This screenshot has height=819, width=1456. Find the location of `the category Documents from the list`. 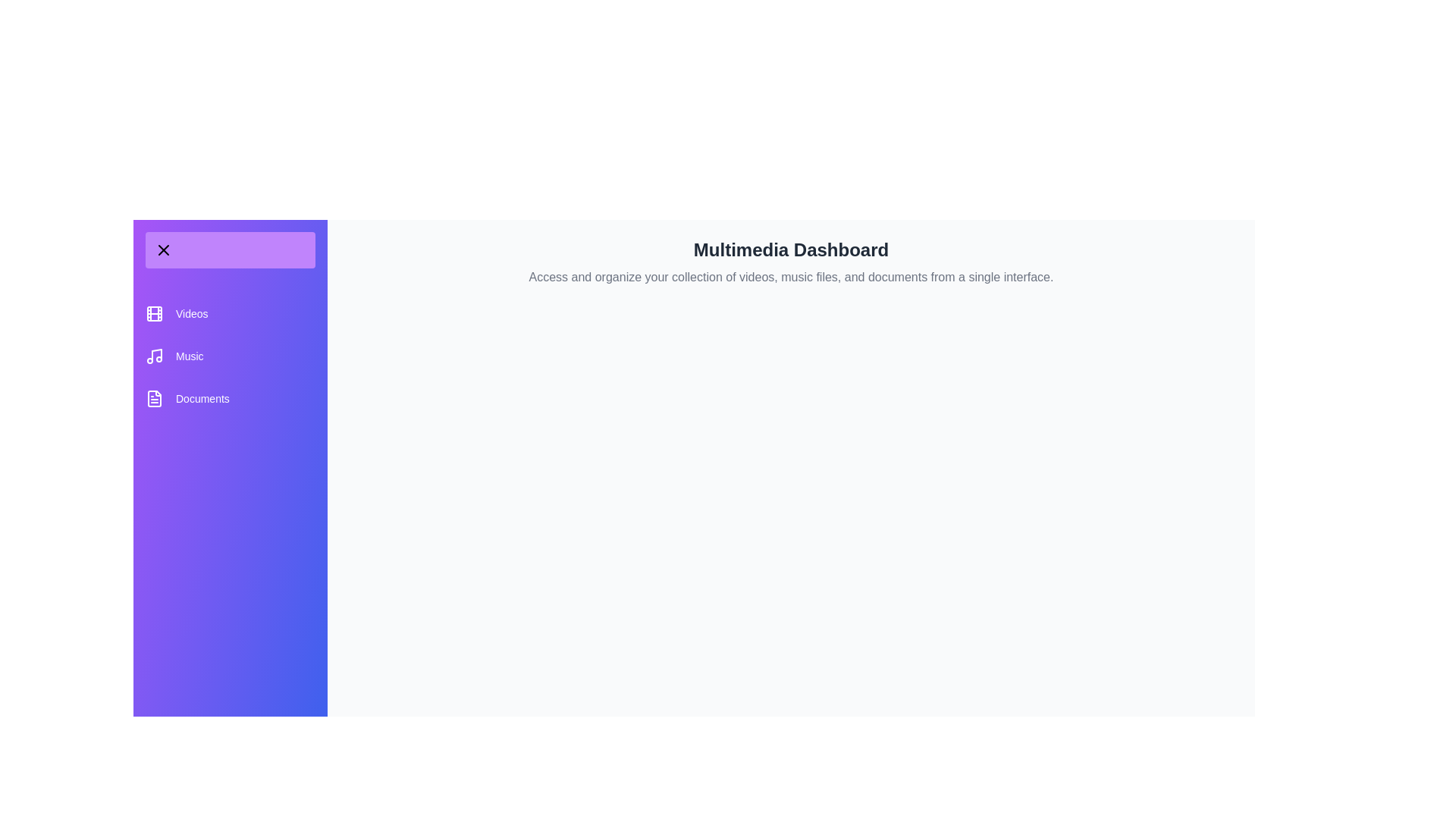

the category Documents from the list is located at coordinates (229, 397).